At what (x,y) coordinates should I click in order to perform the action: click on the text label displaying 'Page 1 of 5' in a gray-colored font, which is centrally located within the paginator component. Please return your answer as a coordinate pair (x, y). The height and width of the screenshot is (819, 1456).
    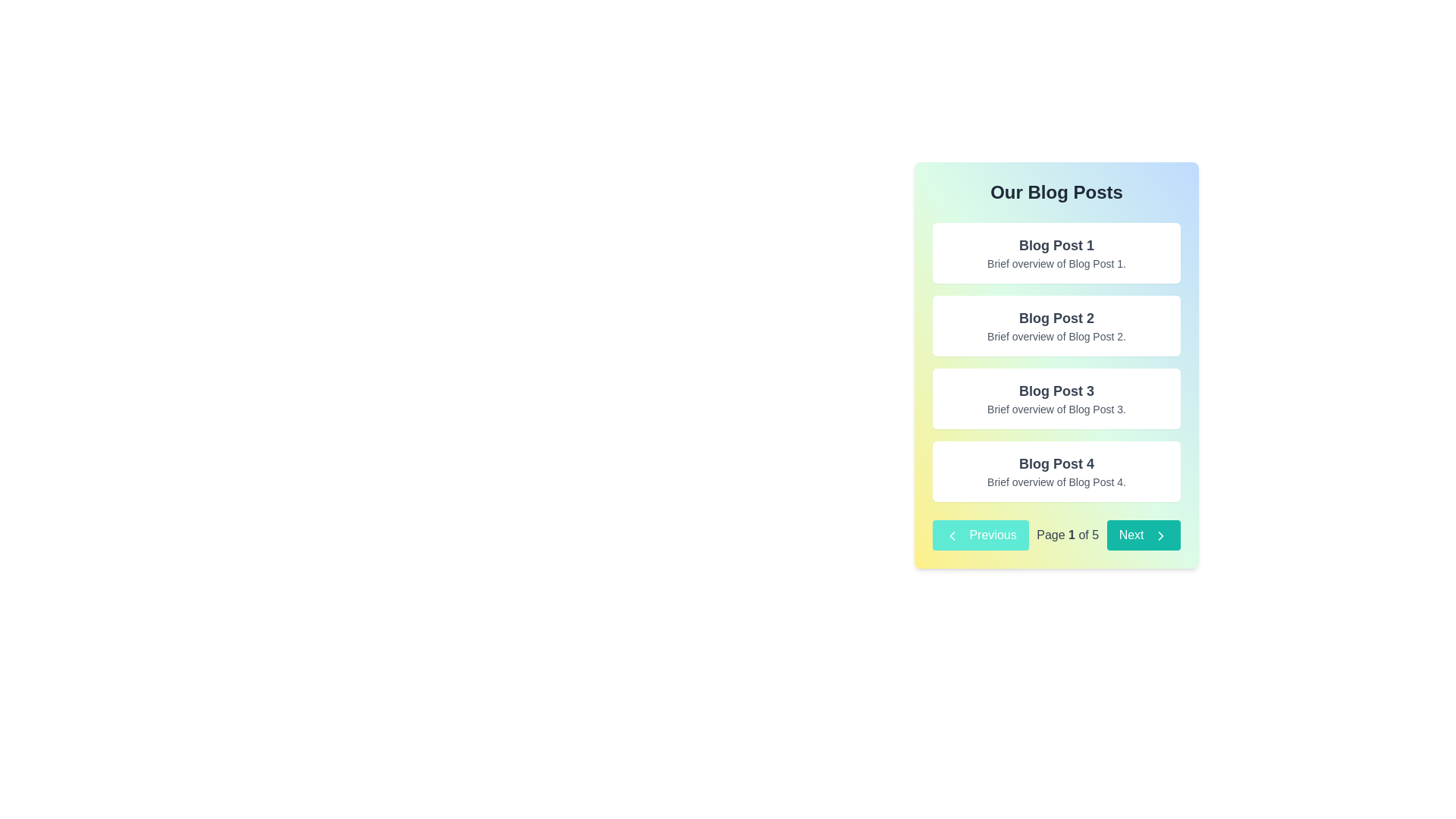
    Looking at the image, I should click on (1067, 534).